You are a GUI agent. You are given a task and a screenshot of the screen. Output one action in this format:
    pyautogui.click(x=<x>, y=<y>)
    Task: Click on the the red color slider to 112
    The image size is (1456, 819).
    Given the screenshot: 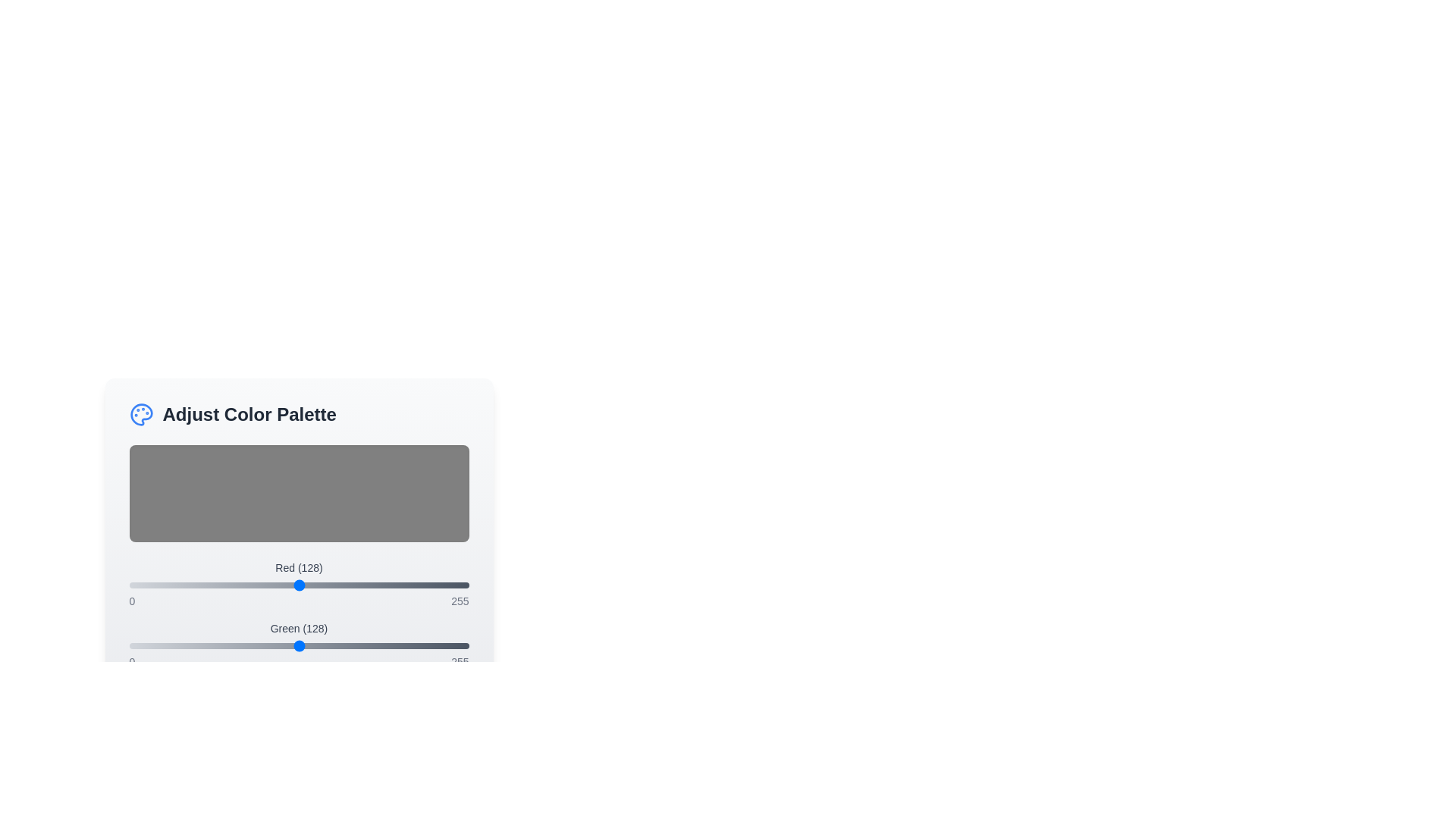 What is the action you would take?
    pyautogui.click(x=278, y=584)
    